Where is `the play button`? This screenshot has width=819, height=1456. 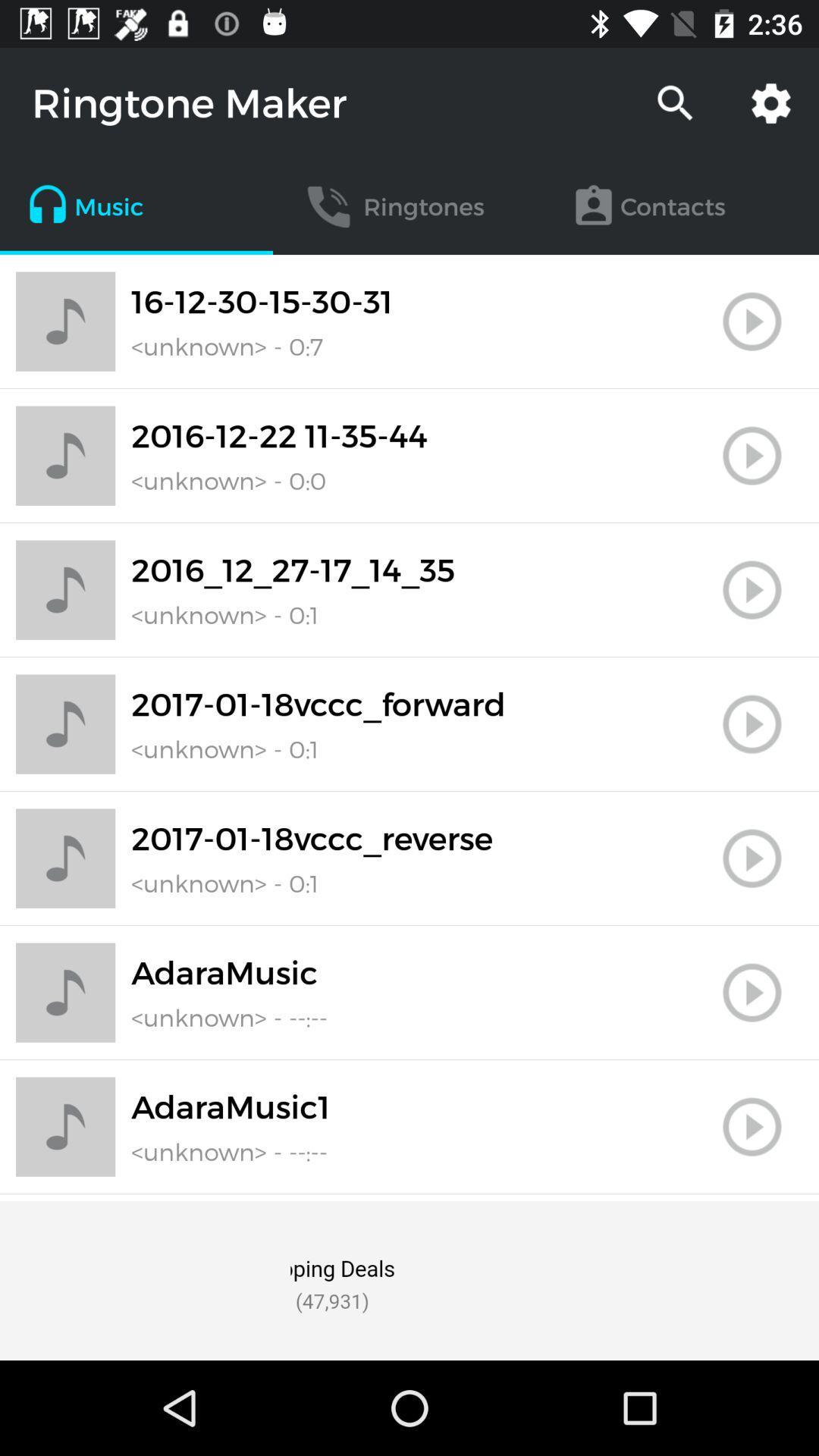
the play button is located at coordinates (752, 1127).